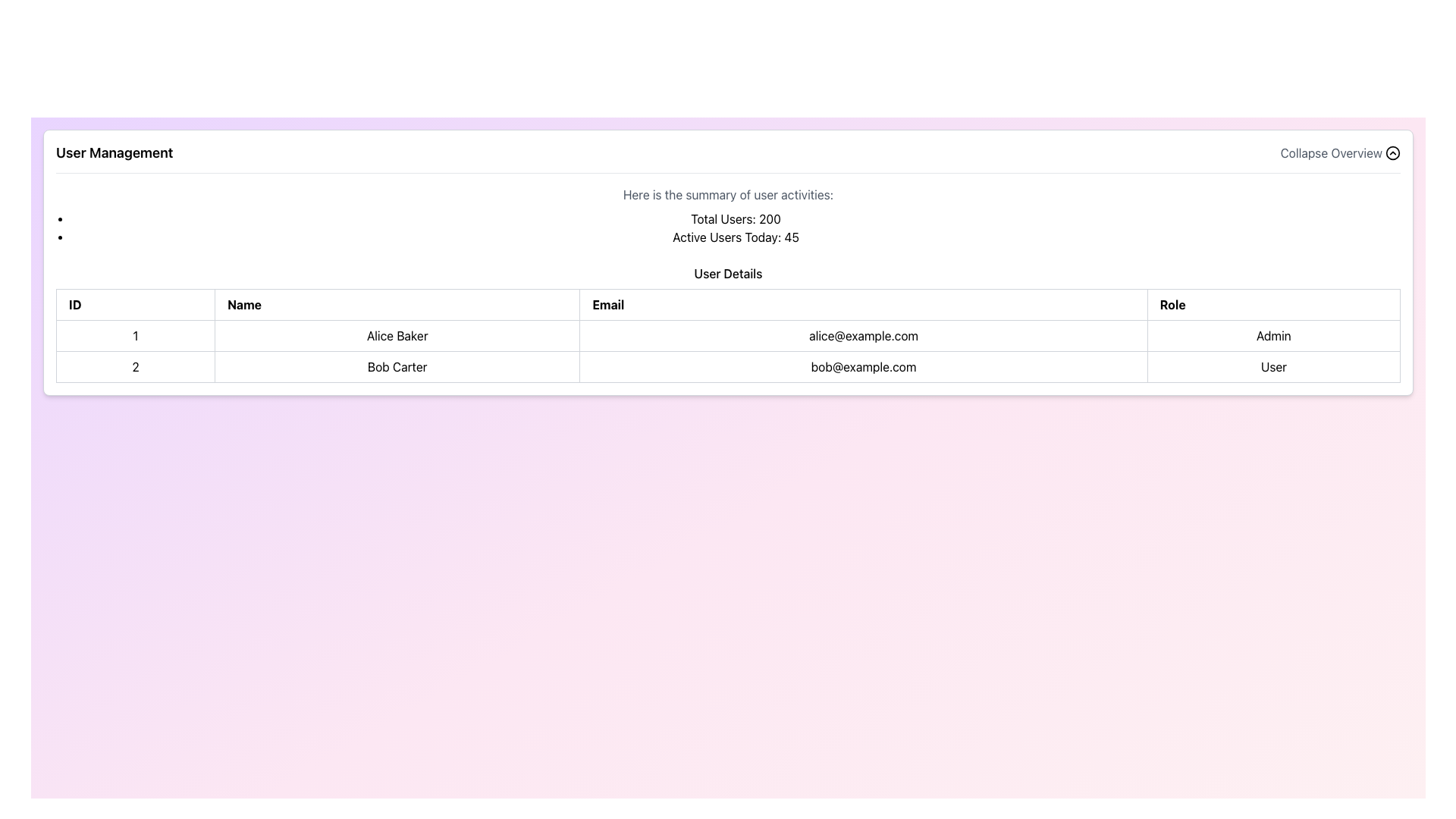 The width and height of the screenshot is (1456, 819). Describe the element at coordinates (863, 335) in the screenshot. I see `the text label displaying the email address 'alice@example.com' in the user table, which is the third cell in the first row` at that location.